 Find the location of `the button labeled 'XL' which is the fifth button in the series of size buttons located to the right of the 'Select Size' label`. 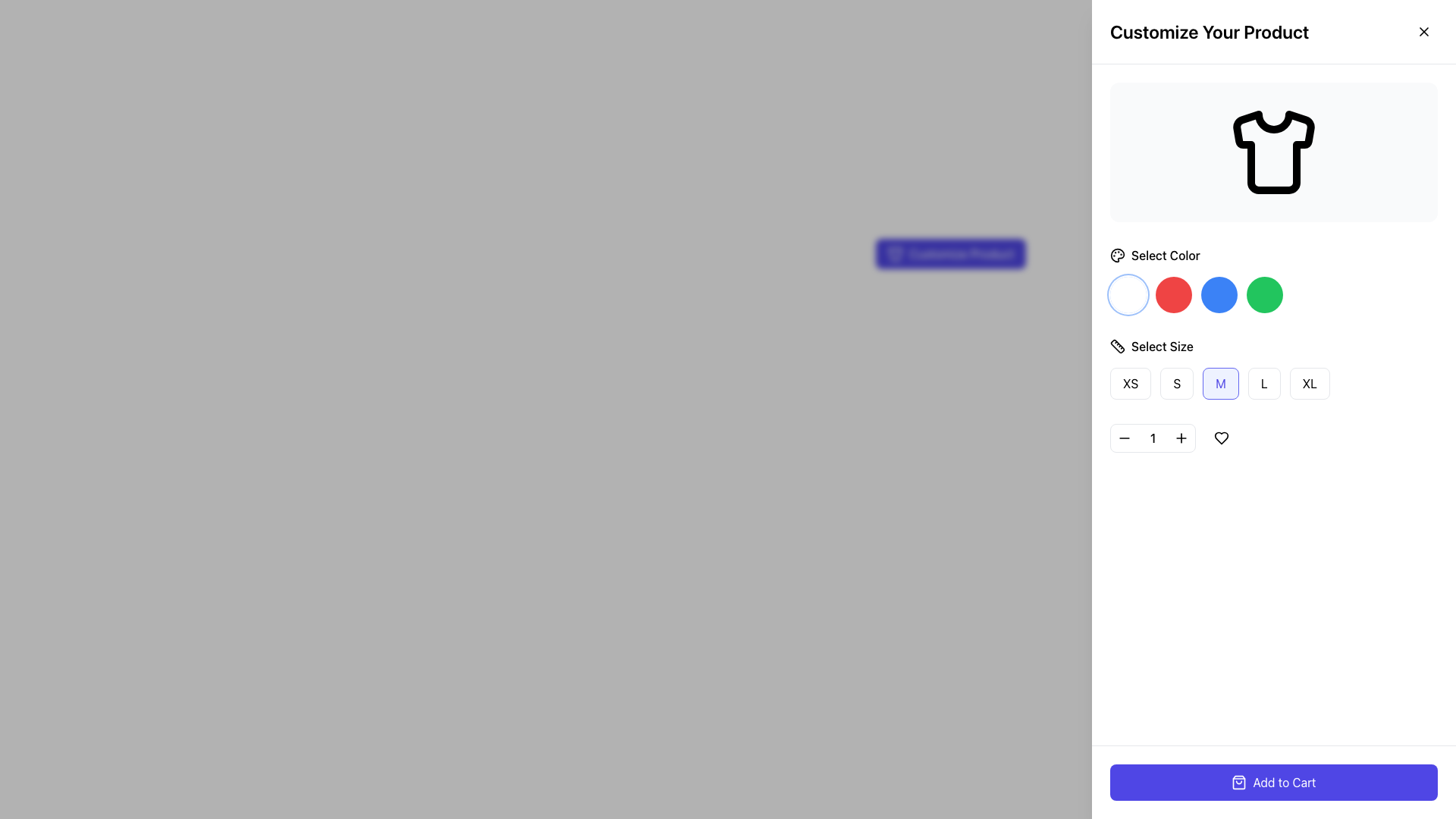

the button labeled 'XL' which is the fifth button in the series of size buttons located to the right of the 'Select Size' label is located at coordinates (1309, 382).